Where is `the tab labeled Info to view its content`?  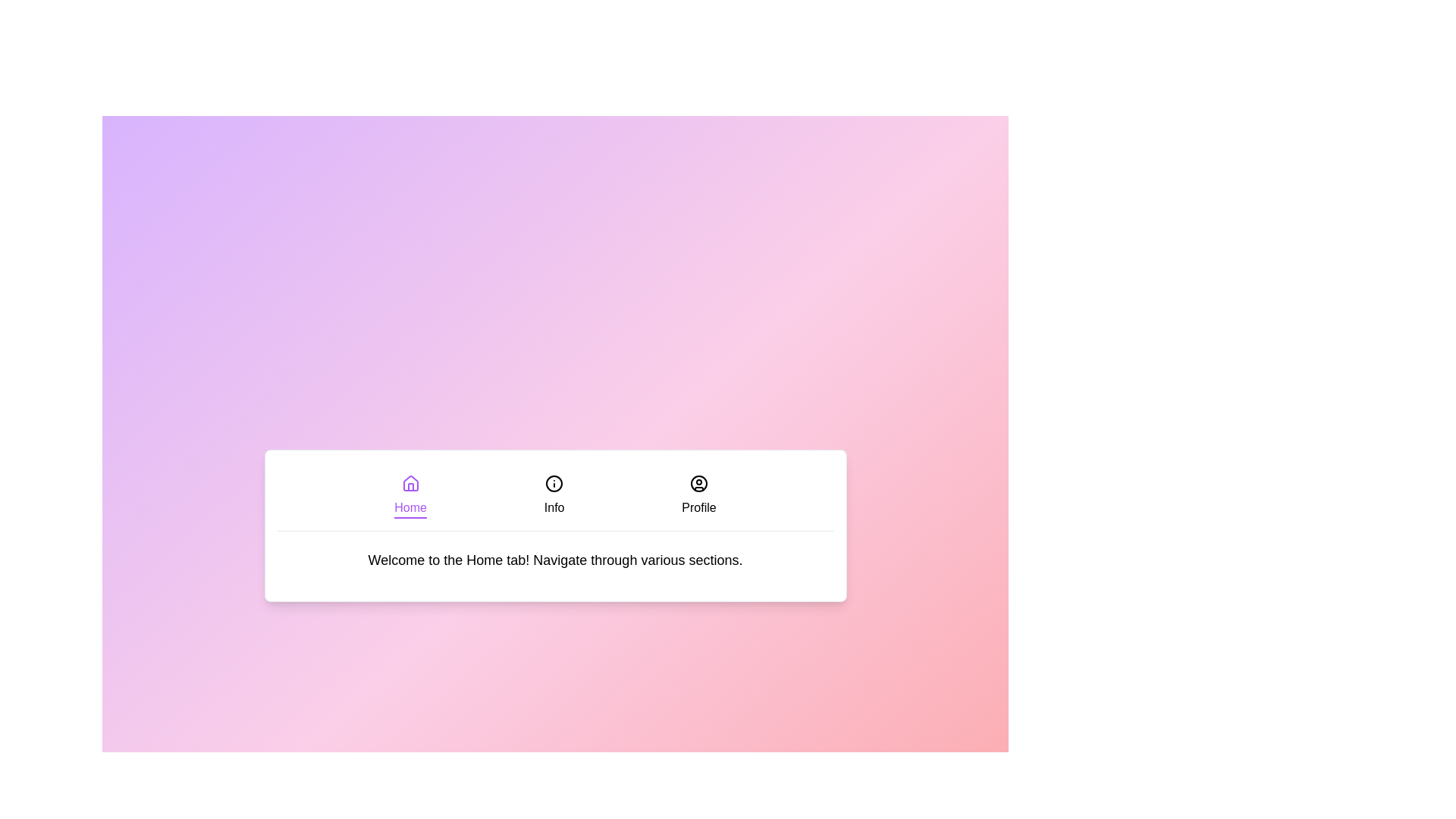 the tab labeled Info to view its content is located at coordinates (554, 496).